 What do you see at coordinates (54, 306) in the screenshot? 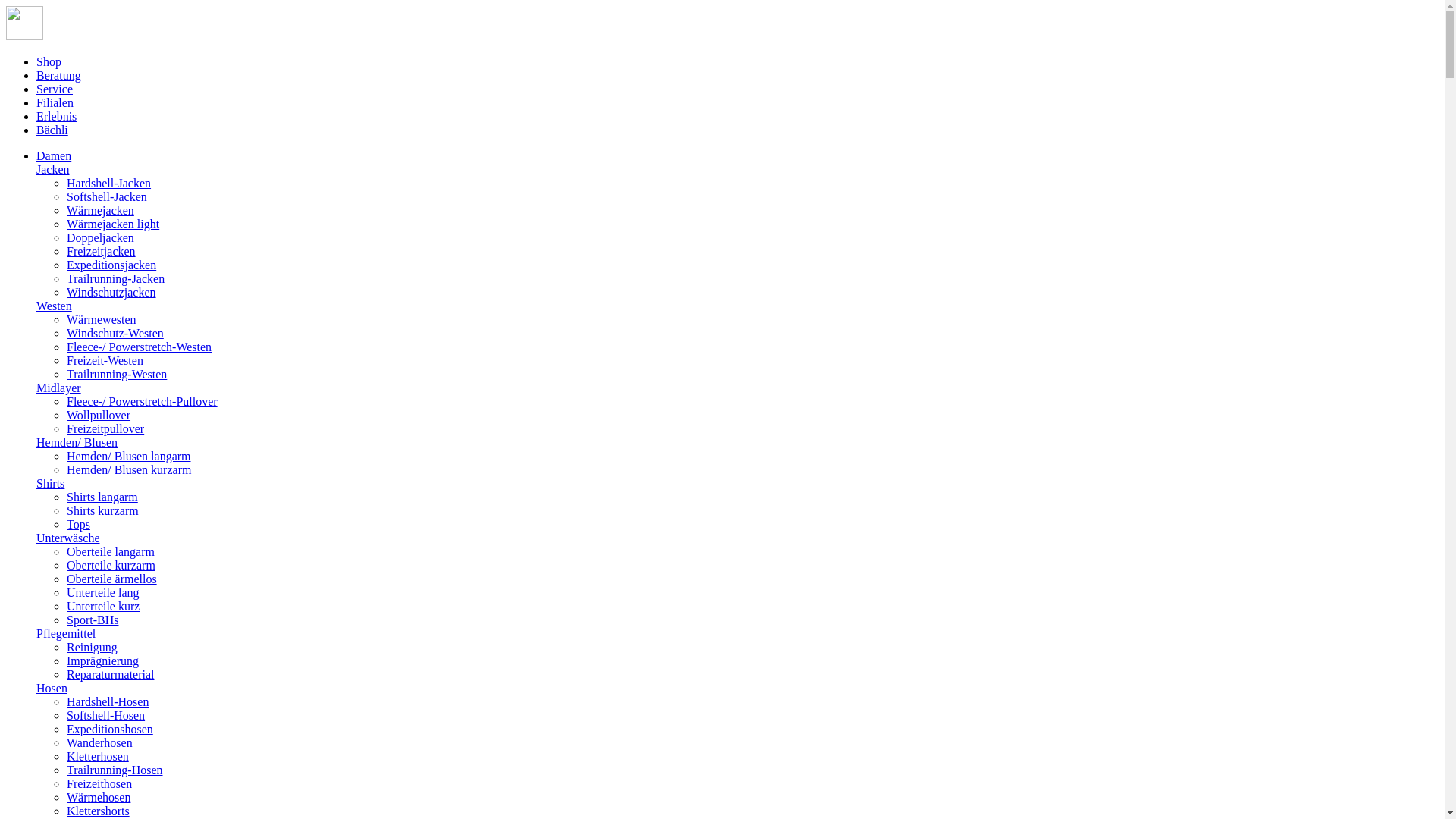
I see `'Westen'` at bounding box center [54, 306].